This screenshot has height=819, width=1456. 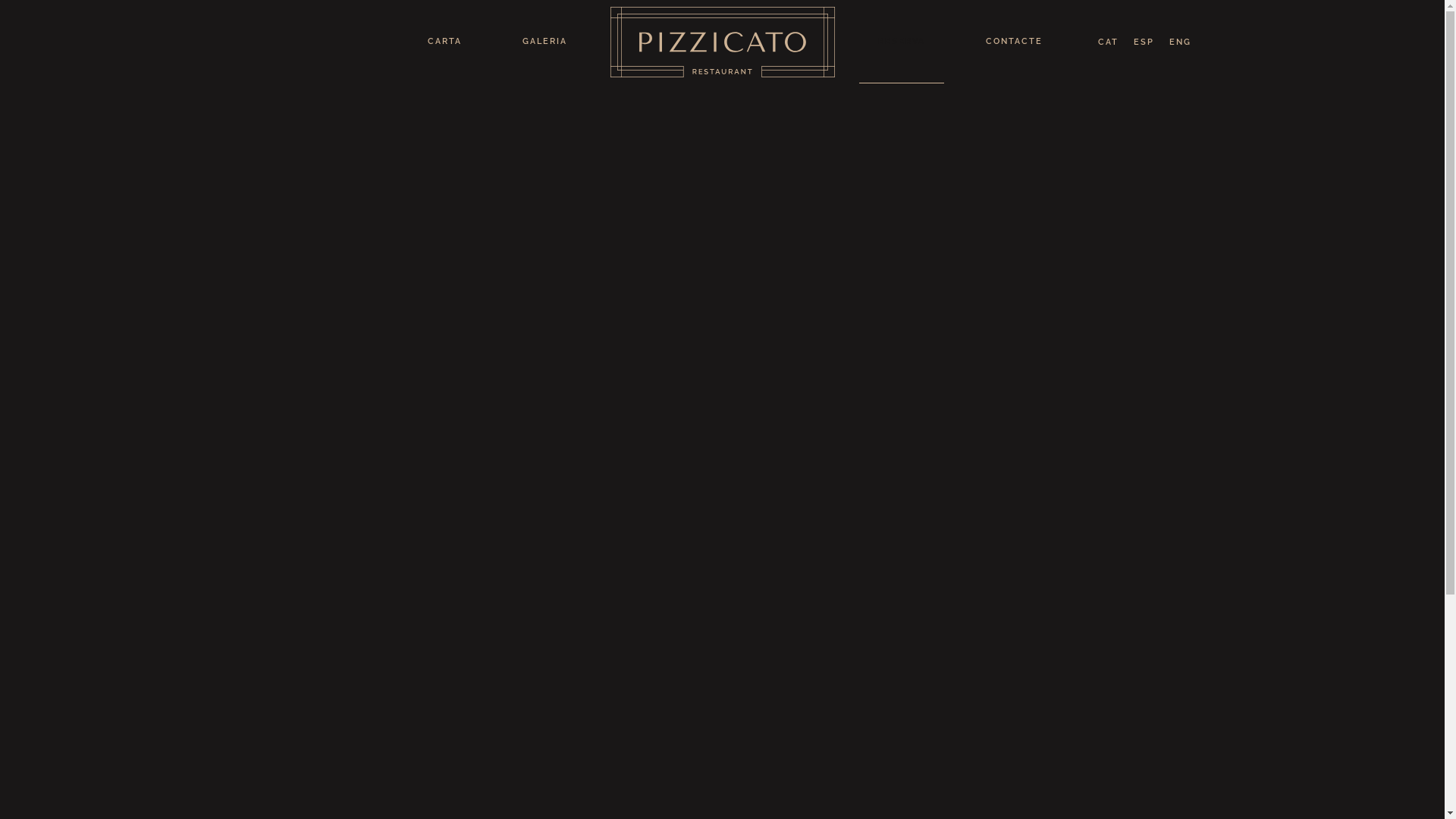 What do you see at coordinates (901, 40) in the screenshot?
I see `'RESERVA'` at bounding box center [901, 40].